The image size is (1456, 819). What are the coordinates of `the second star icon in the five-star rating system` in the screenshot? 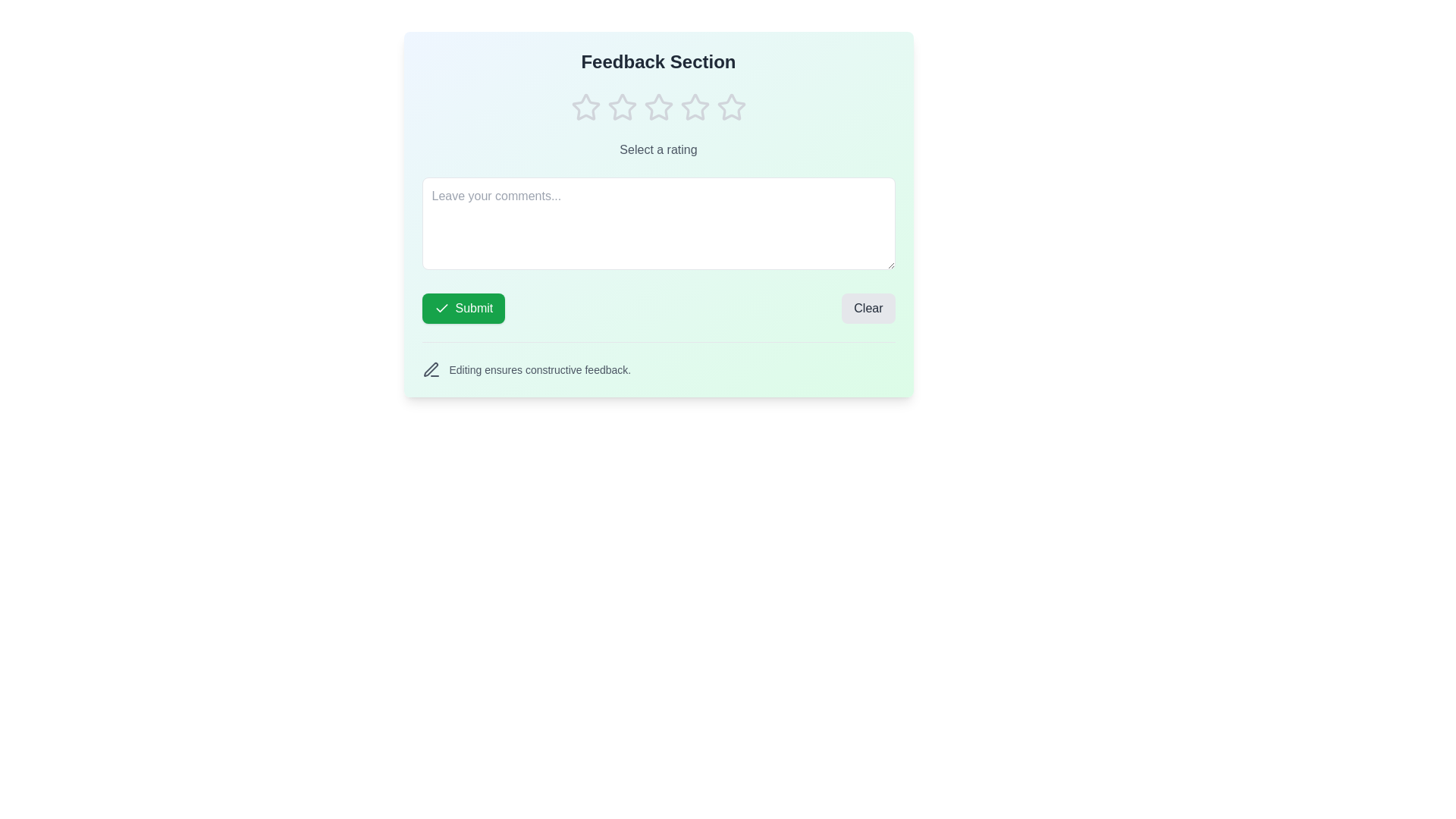 It's located at (658, 106).